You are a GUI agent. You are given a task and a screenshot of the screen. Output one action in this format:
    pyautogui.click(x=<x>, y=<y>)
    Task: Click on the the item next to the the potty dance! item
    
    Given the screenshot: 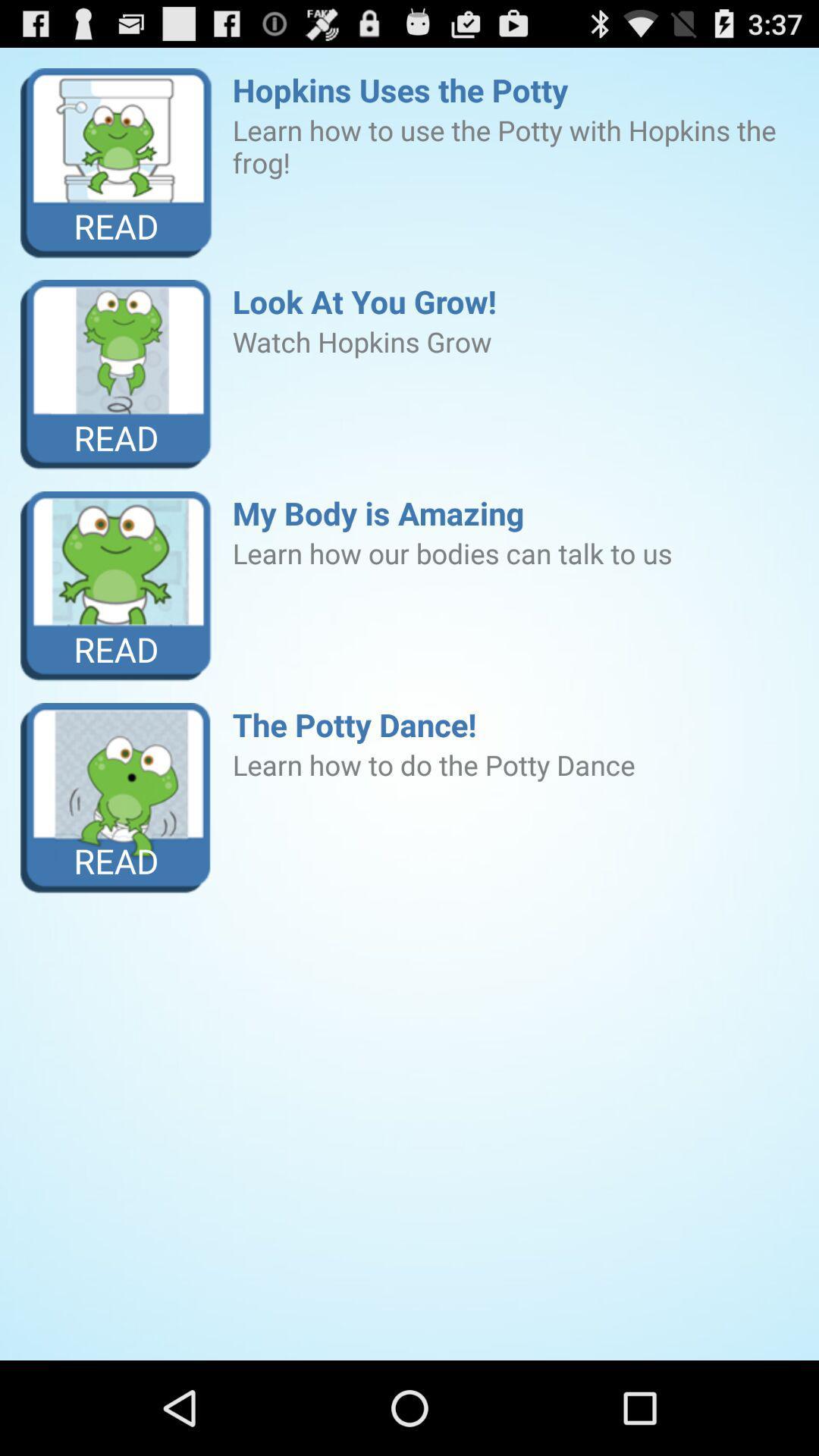 What is the action you would take?
    pyautogui.click(x=115, y=797)
    